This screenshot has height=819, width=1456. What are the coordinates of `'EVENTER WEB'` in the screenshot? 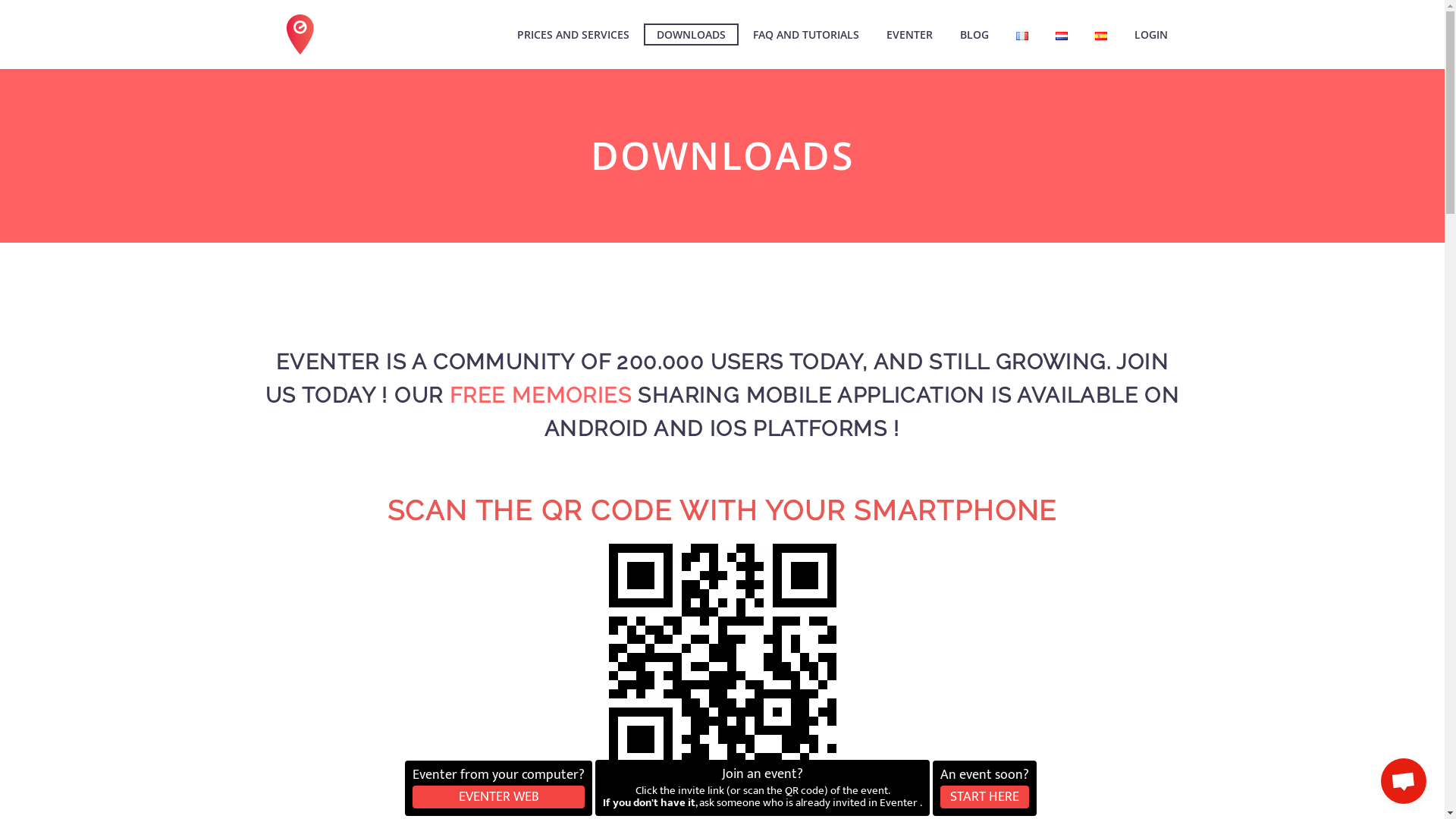 It's located at (498, 795).